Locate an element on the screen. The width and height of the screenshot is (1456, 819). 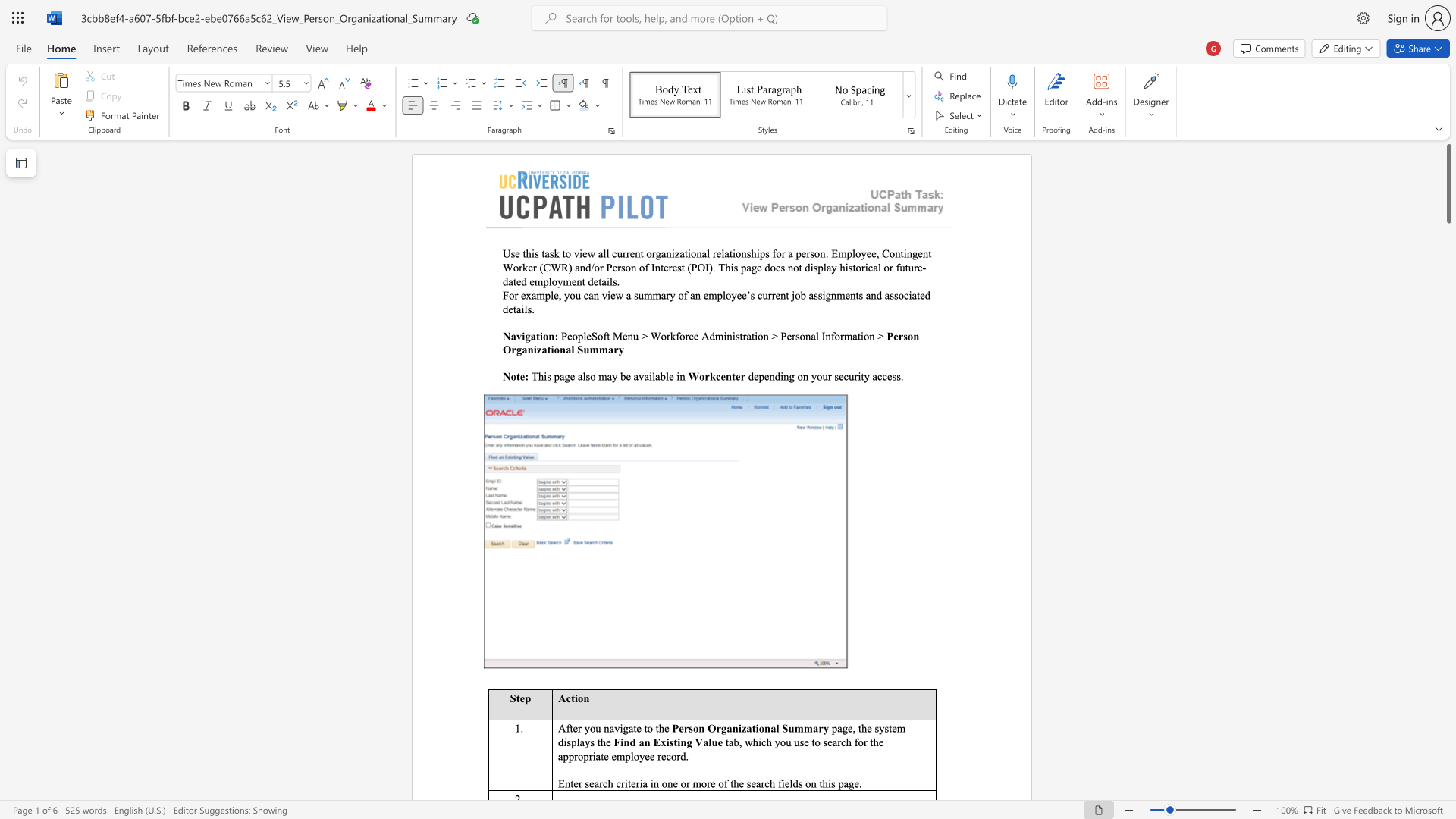
the 3th character "a" in the text is located at coordinates (629, 295).